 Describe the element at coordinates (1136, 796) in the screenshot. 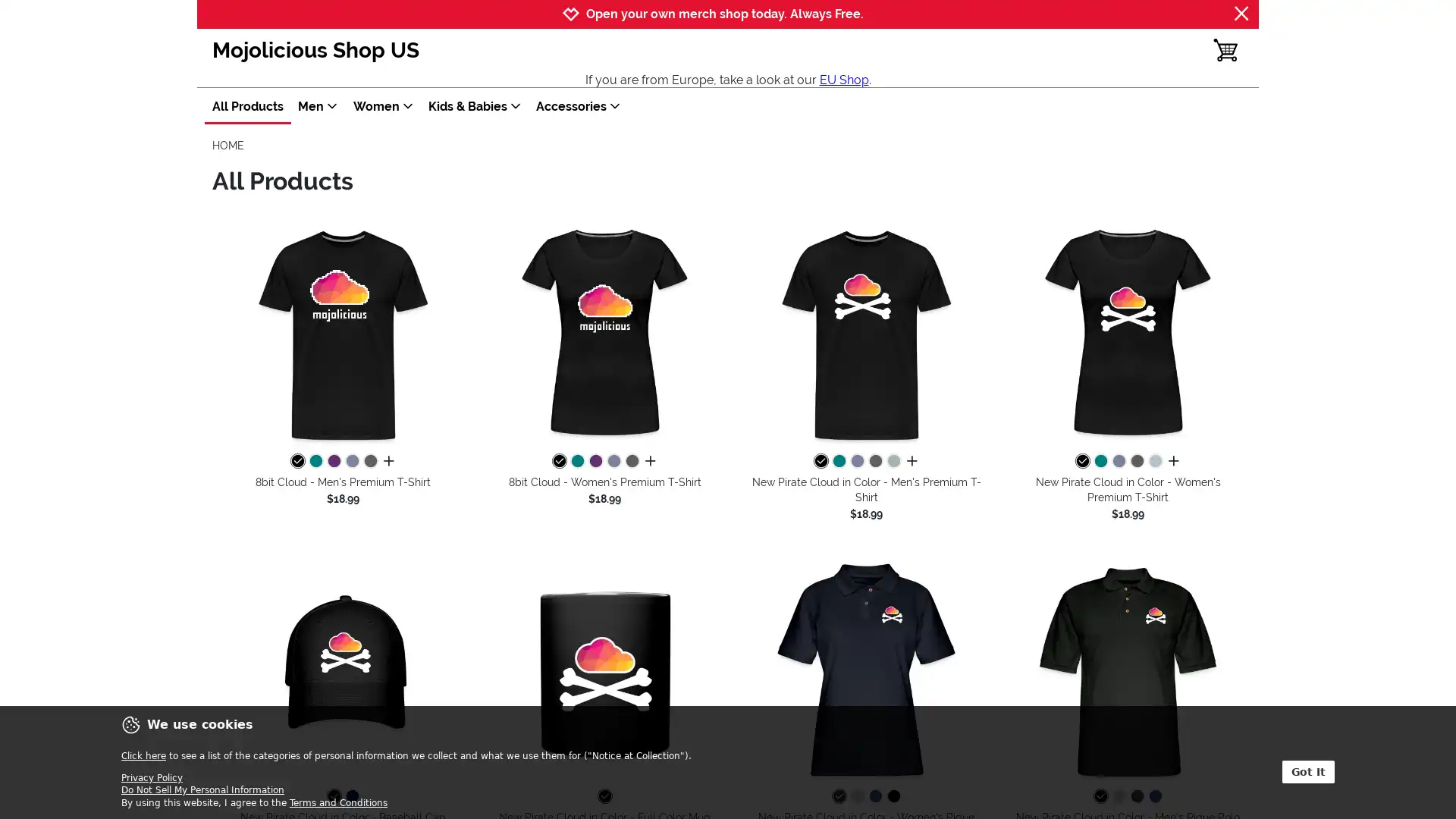

I see `midnight navy` at that location.